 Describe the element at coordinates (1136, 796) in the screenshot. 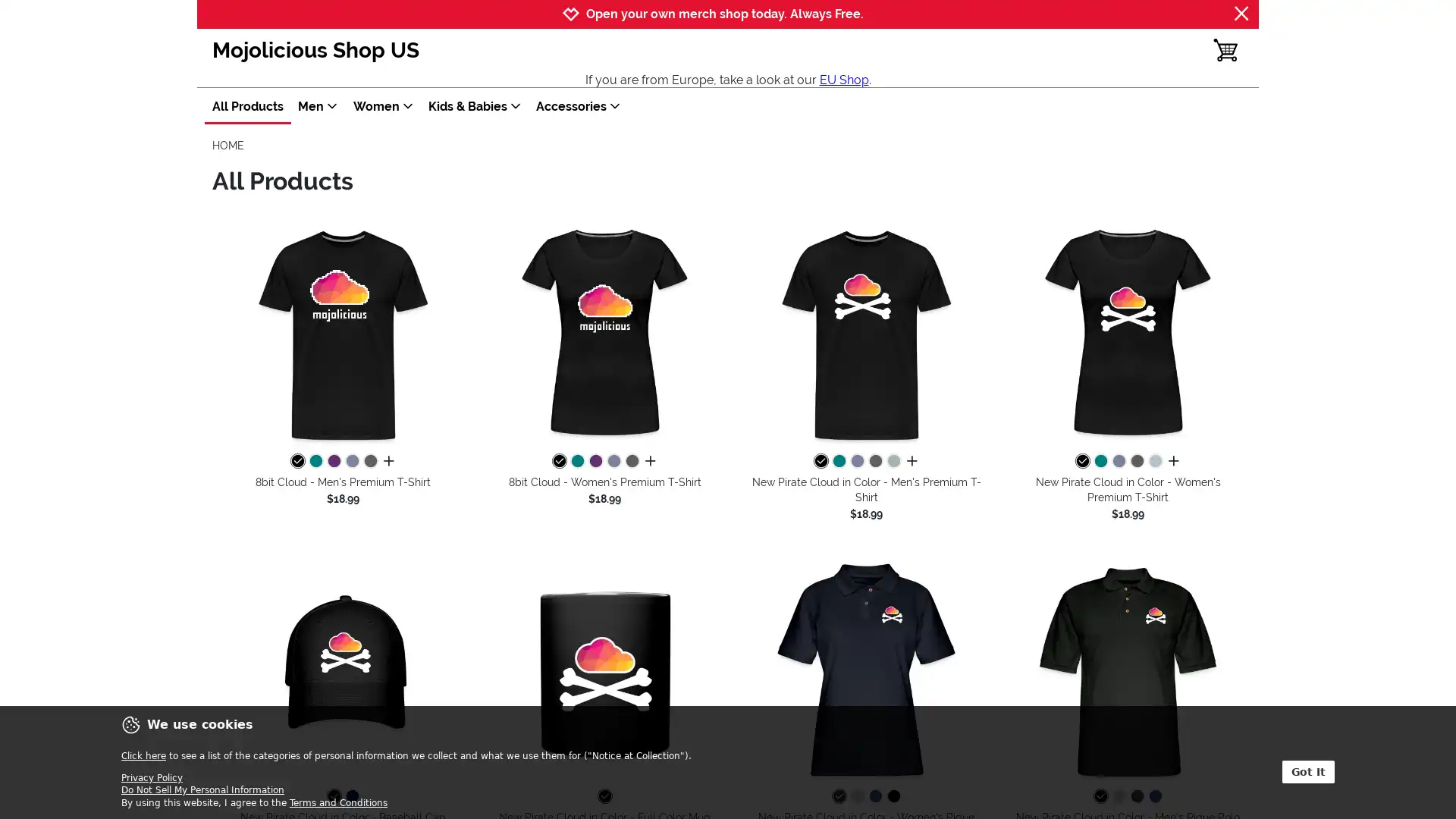

I see `midnight navy` at that location.